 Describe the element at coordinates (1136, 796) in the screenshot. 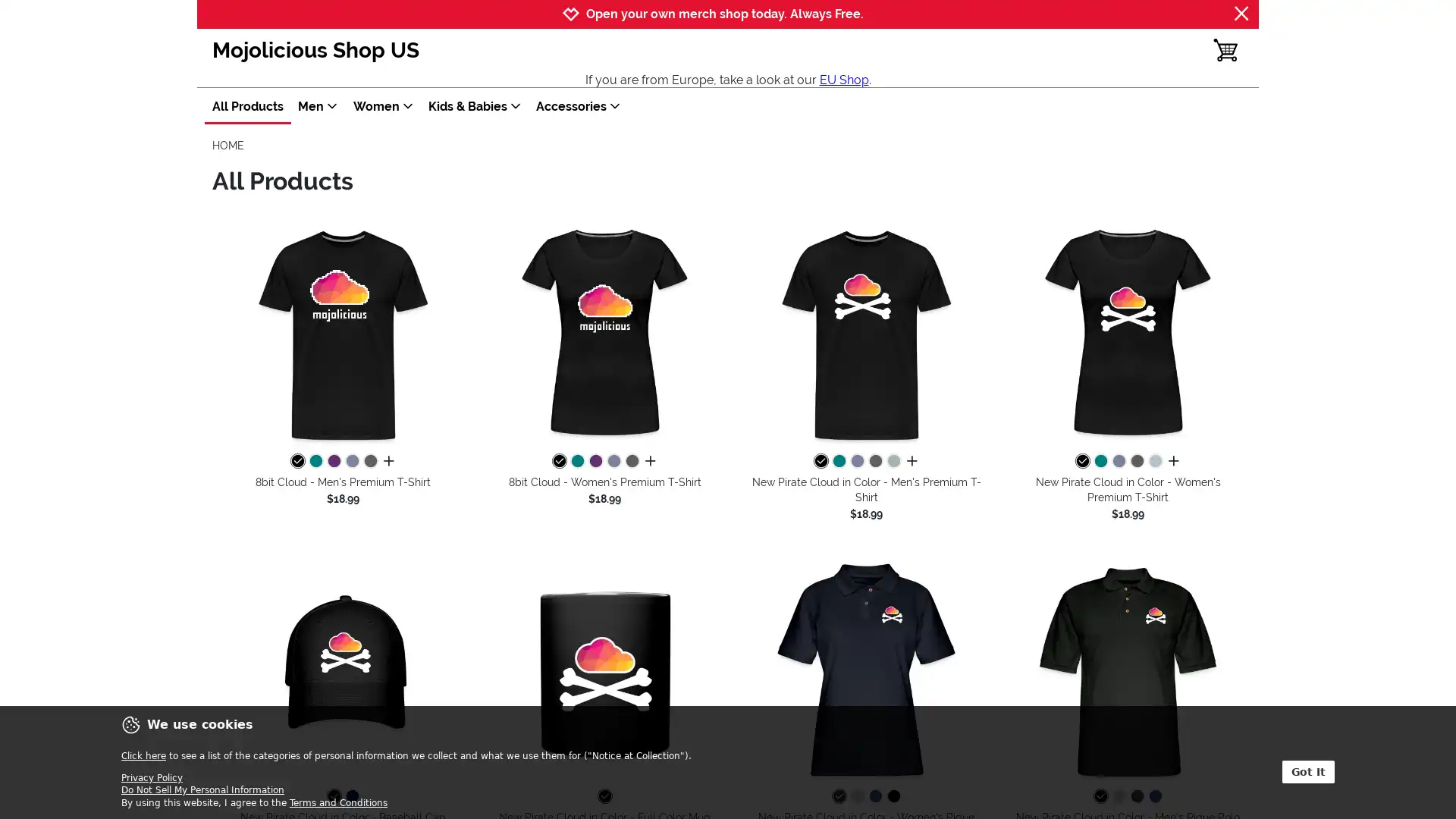

I see `midnight navy` at that location.